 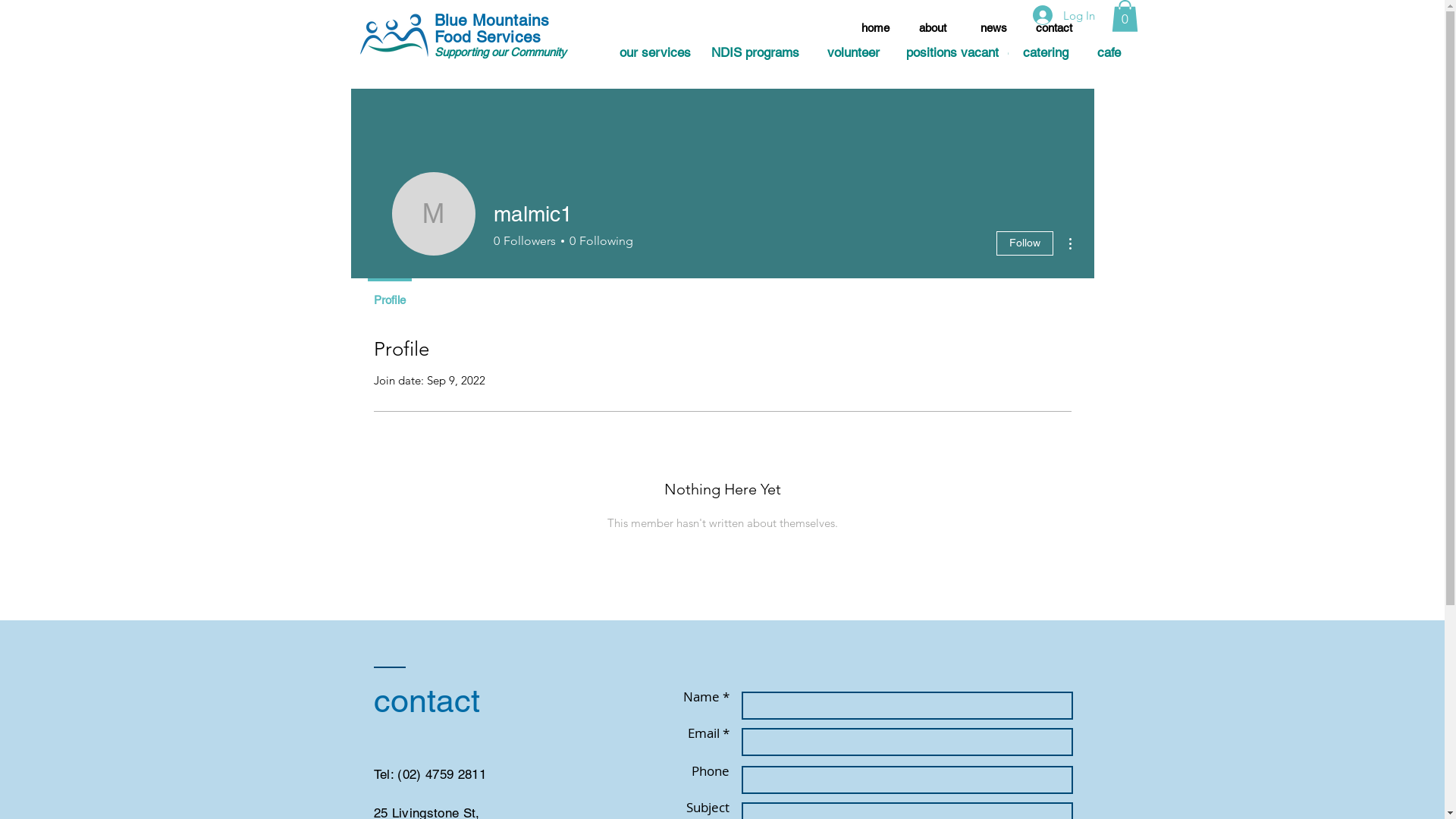 I want to click on 'cafe', so click(x=1108, y=52).